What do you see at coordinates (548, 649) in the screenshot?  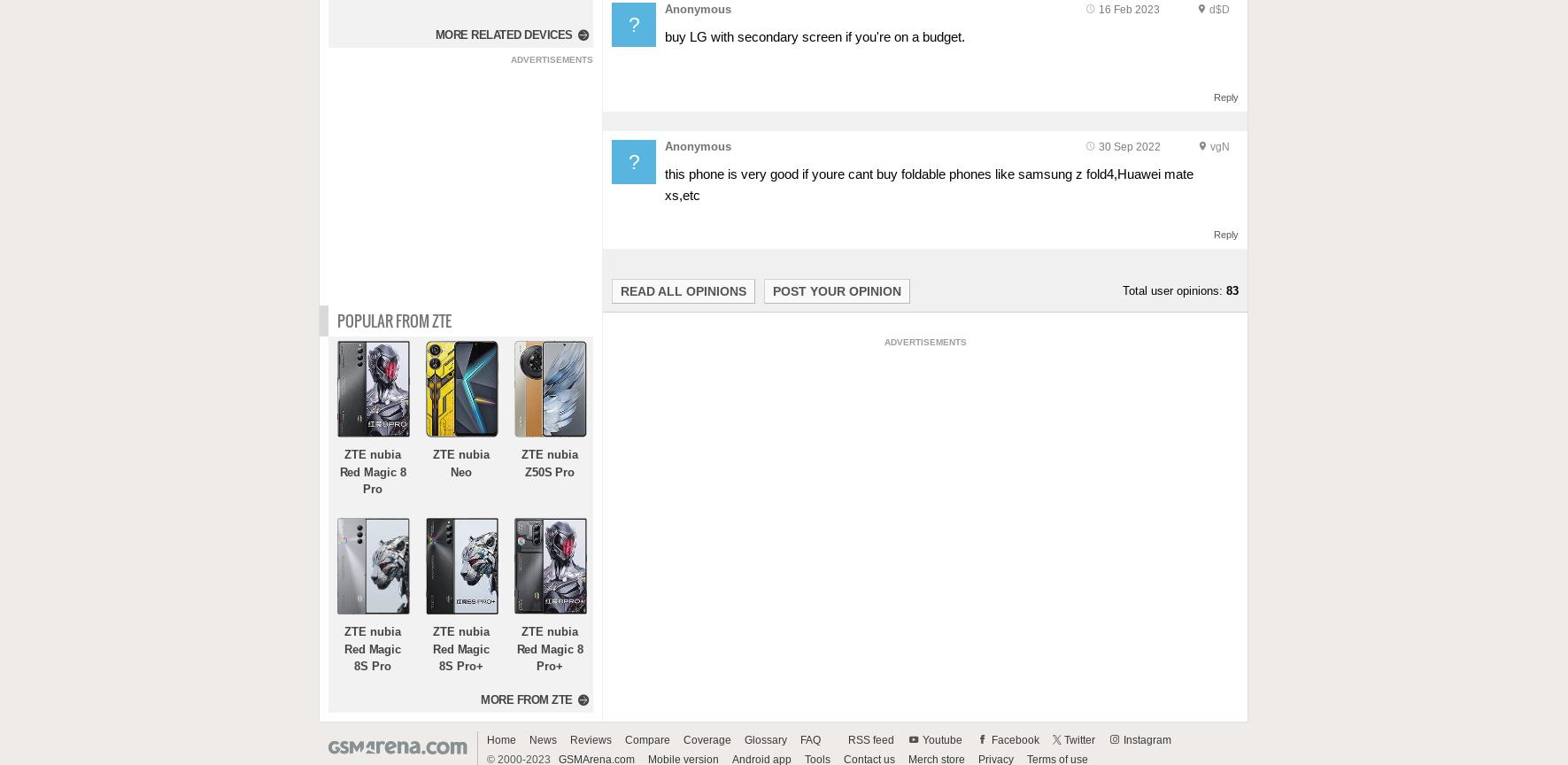 I see `'ZTE nubia Red Magic 8 Pro+'` at bounding box center [548, 649].